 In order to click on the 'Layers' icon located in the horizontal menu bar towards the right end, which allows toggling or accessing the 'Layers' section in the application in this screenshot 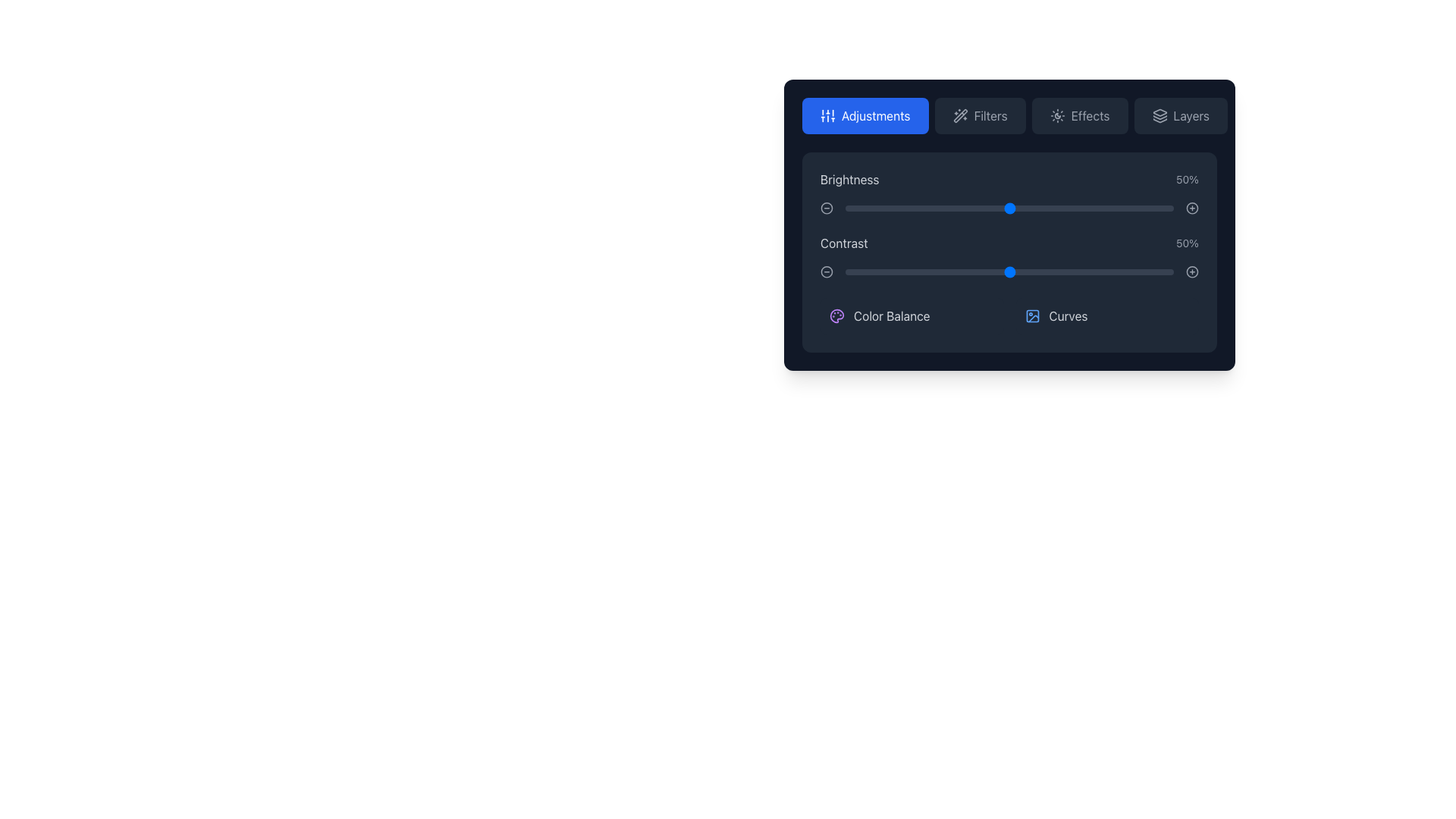, I will do `click(1159, 115)`.